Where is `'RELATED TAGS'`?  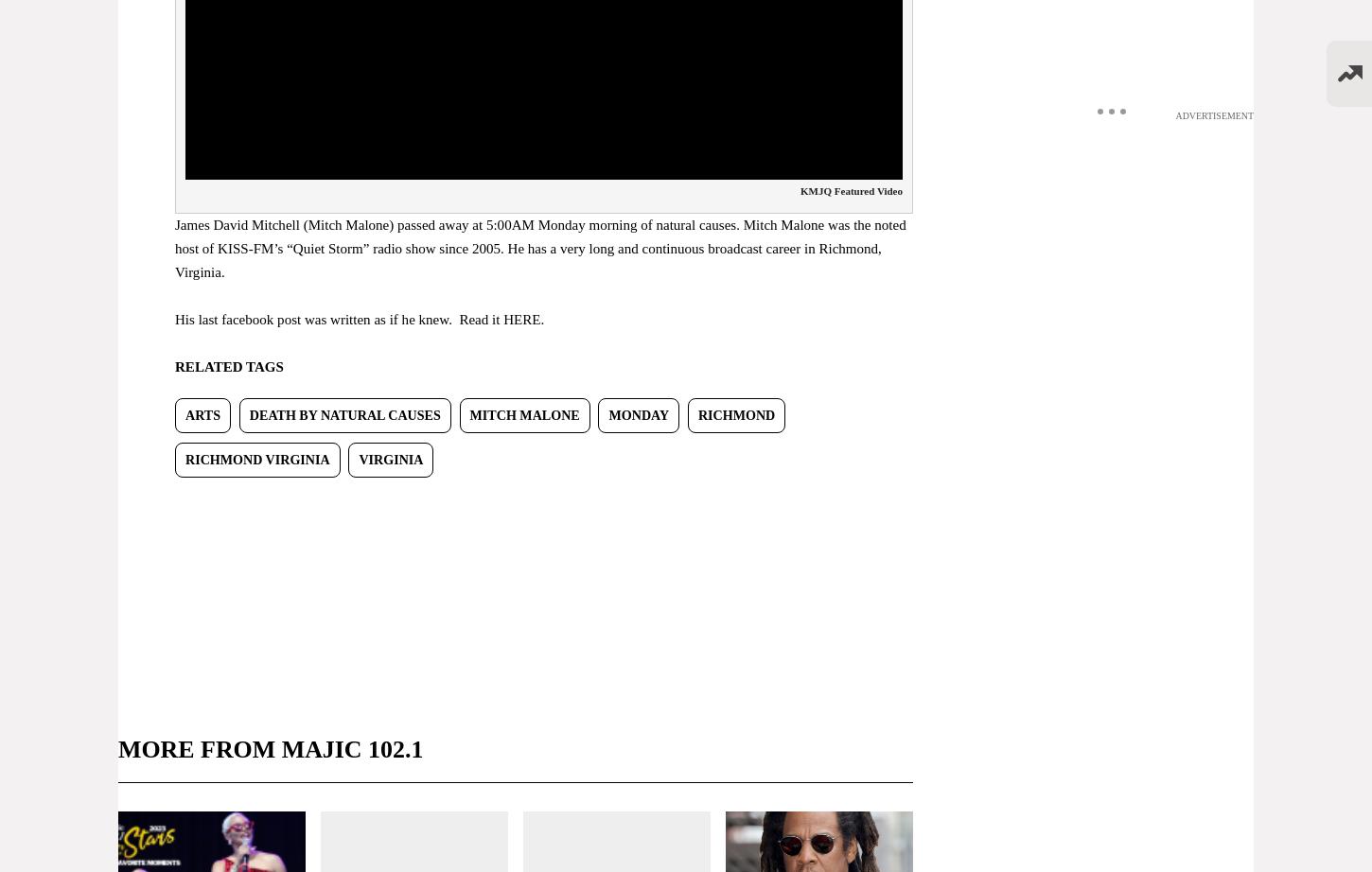
'RELATED TAGS' is located at coordinates (229, 364).